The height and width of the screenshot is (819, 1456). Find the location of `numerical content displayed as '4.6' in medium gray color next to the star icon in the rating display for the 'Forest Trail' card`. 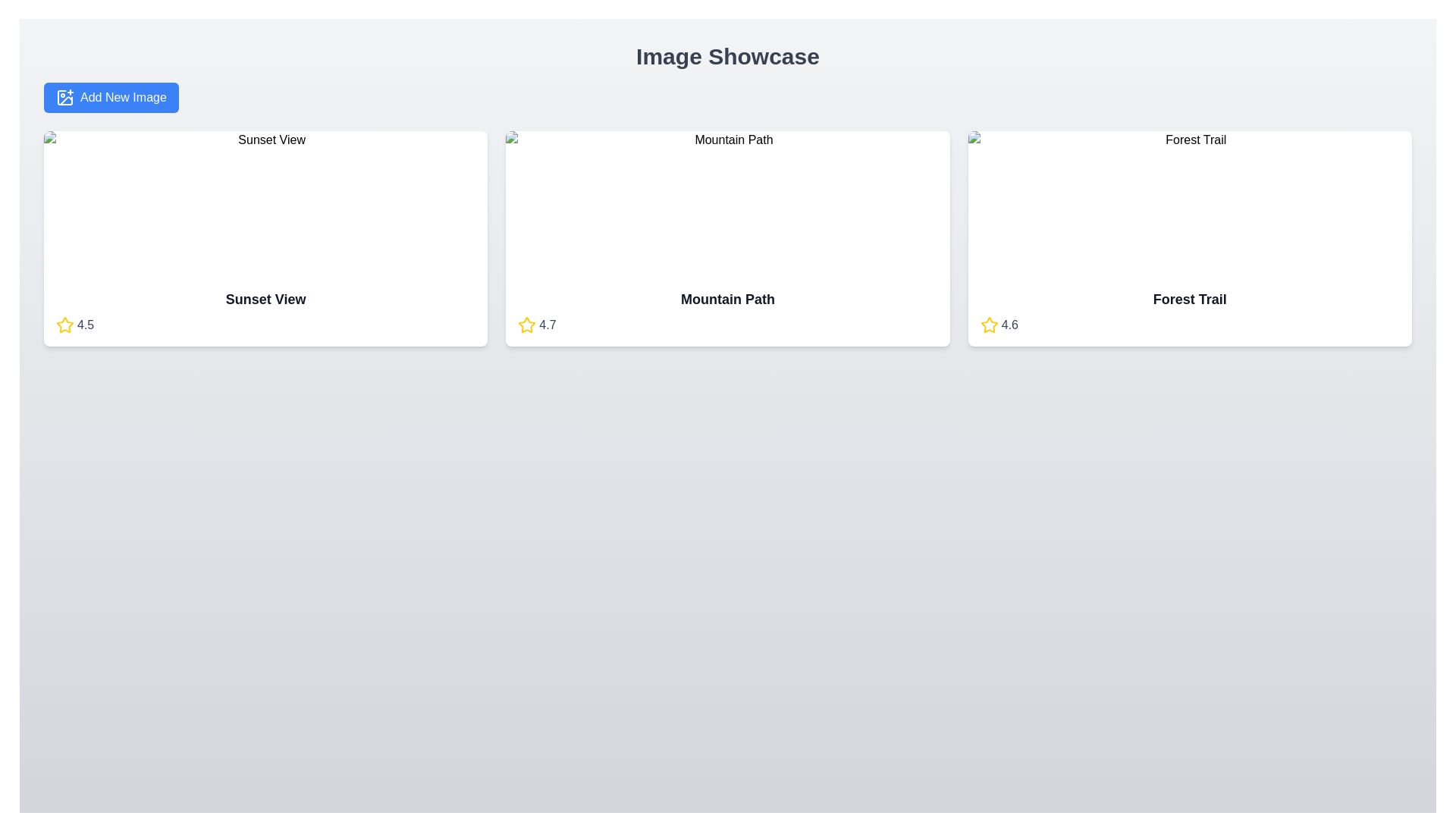

numerical content displayed as '4.6' in medium gray color next to the star icon in the rating display for the 'Forest Trail' card is located at coordinates (1009, 324).